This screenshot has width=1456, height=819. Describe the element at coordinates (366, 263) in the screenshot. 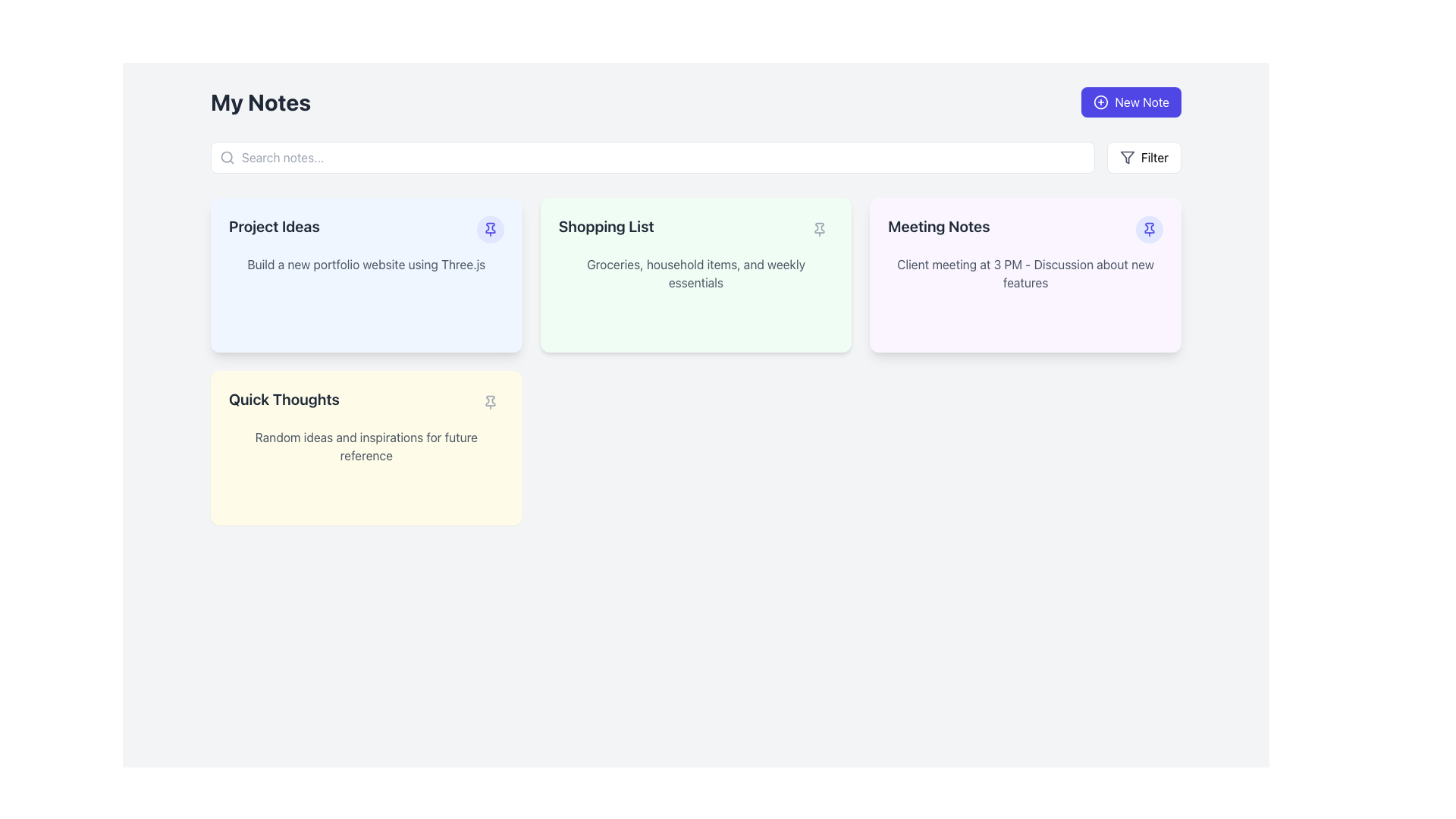

I see `the static text block containing the message 'Build a new portfolio website using Three.js' within the 'Project Ideas' note card` at that location.